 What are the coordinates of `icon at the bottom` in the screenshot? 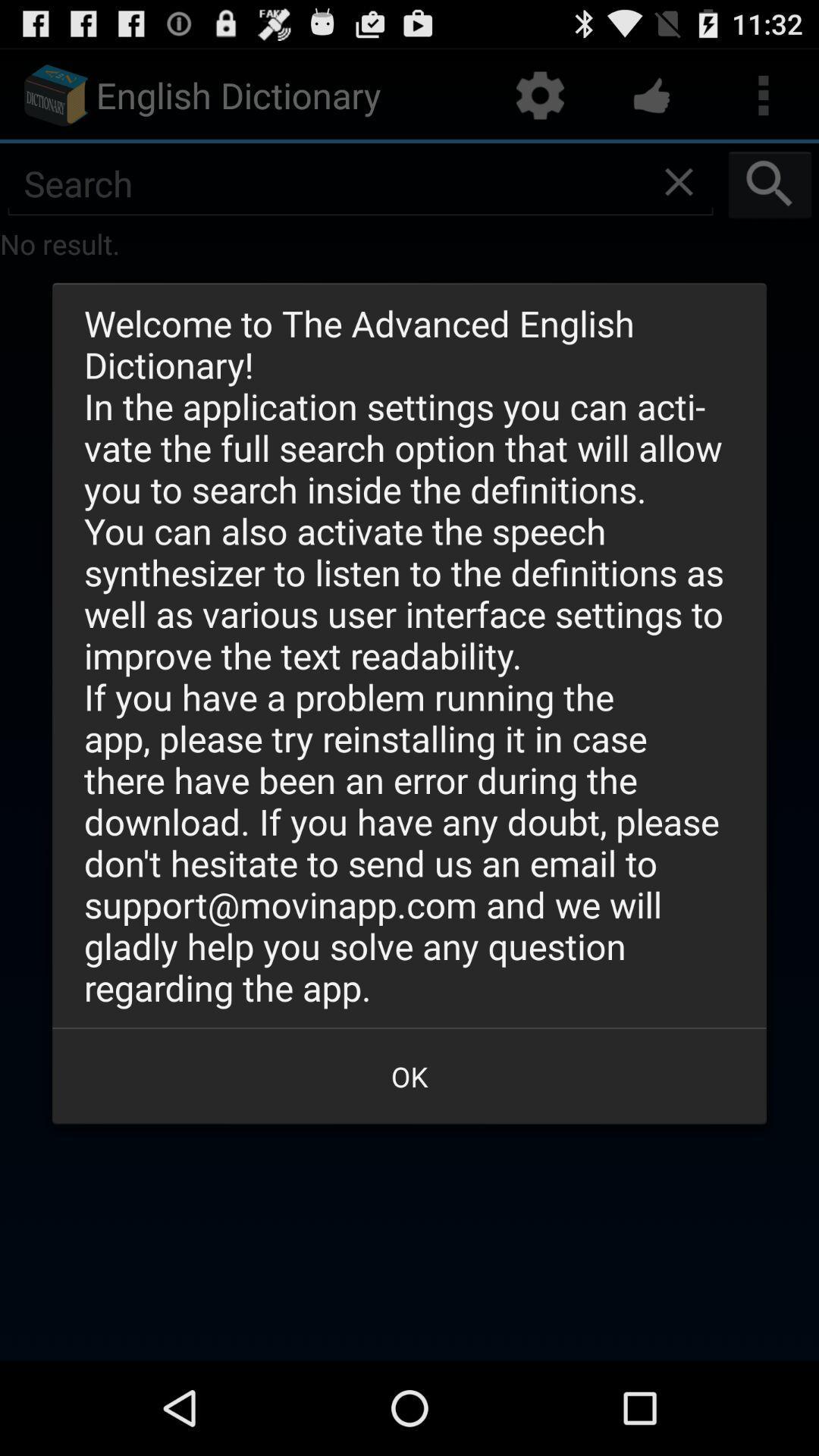 It's located at (409, 1075).